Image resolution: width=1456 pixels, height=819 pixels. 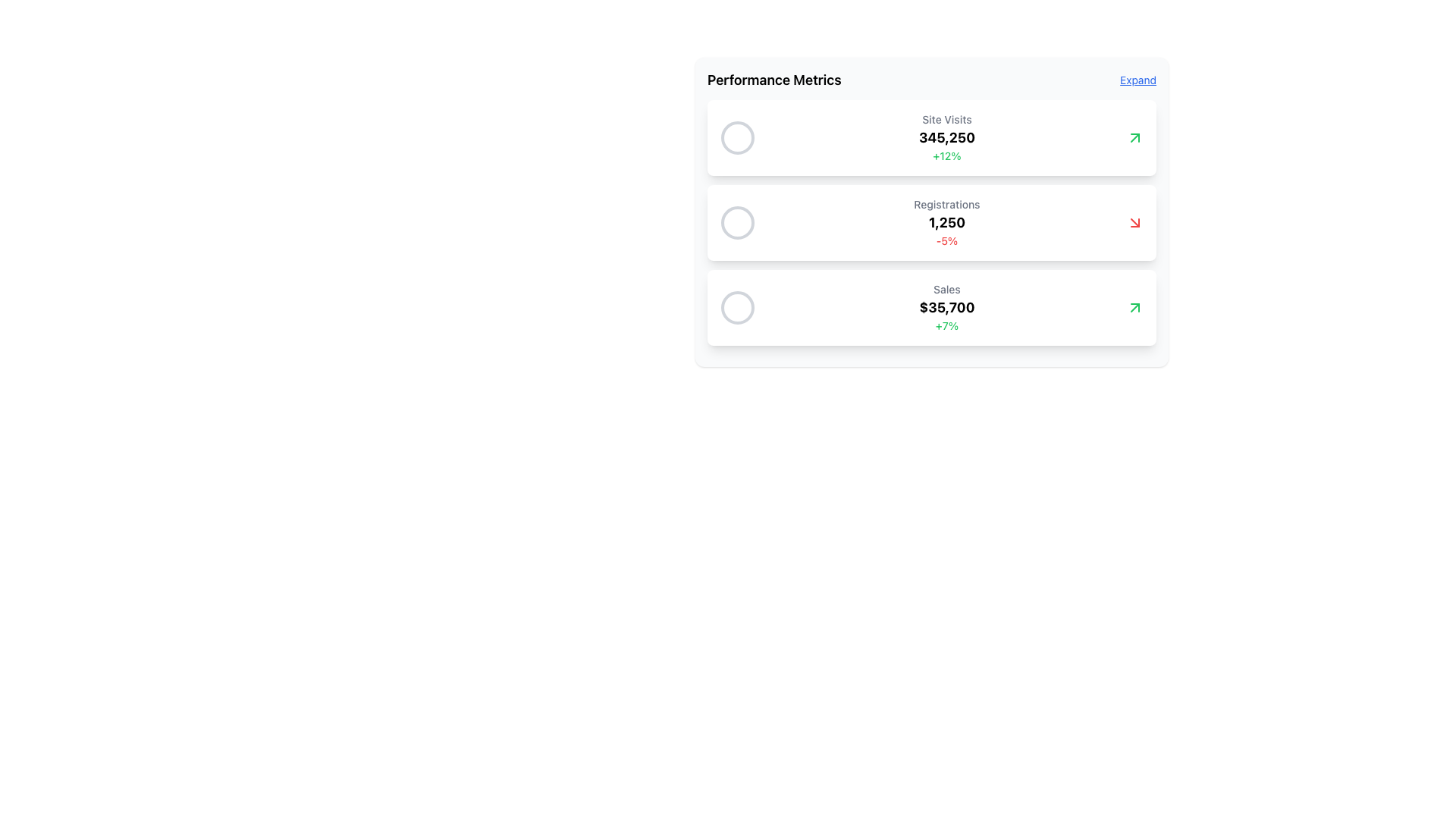 What do you see at coordinates (1135, 137) in the screenshot?
I see `the vector graphic arrow icon that represents an upward trend, located within the SVG element associated with the 'Sales' label and positioned to the right of the value '$35,700'` at bounding box center [1135, 137].